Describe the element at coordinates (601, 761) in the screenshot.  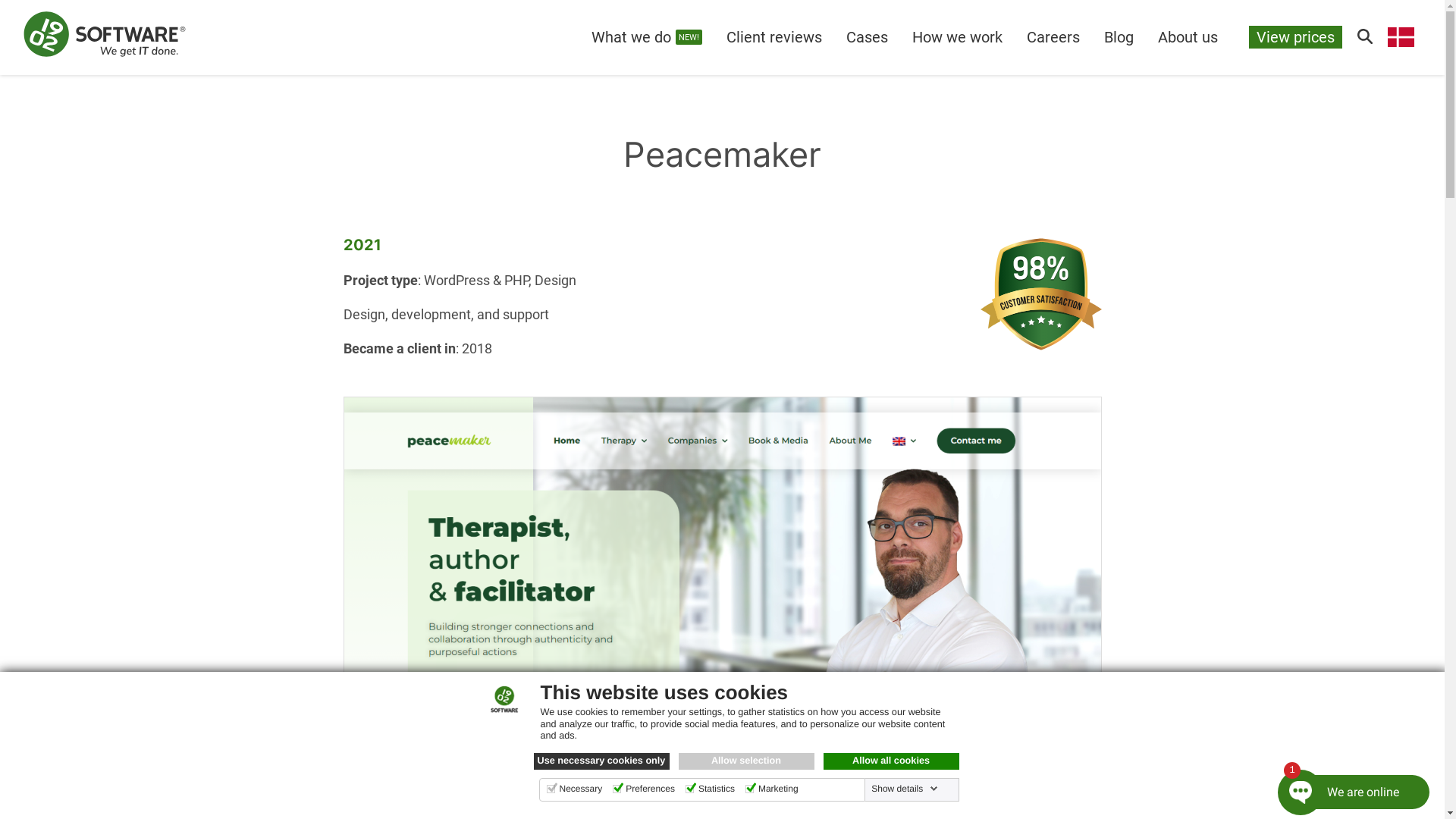
I see `'Use necessary cookies only'` at that location.